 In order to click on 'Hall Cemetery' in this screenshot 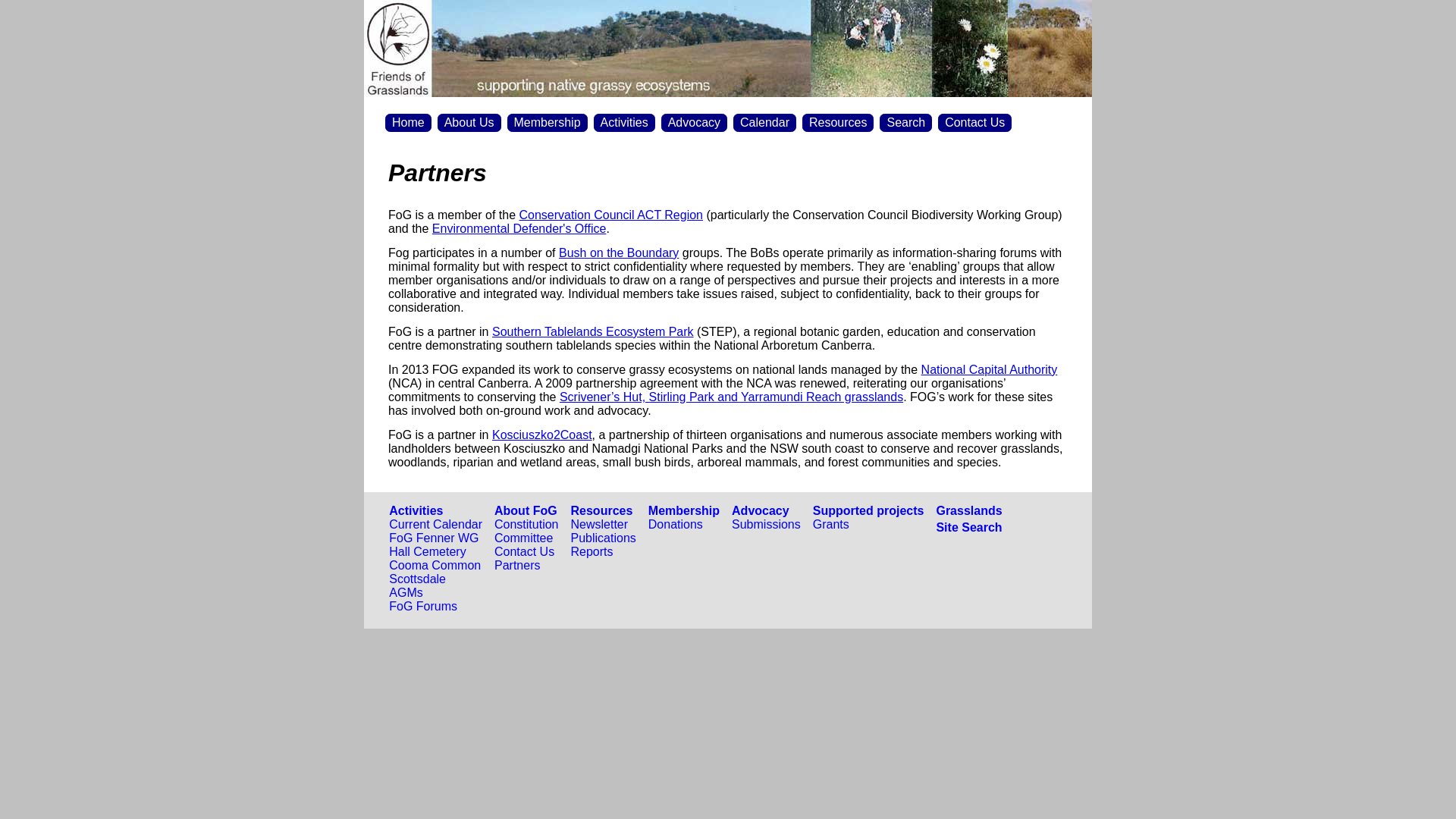, I will do `click(426, 551)`.